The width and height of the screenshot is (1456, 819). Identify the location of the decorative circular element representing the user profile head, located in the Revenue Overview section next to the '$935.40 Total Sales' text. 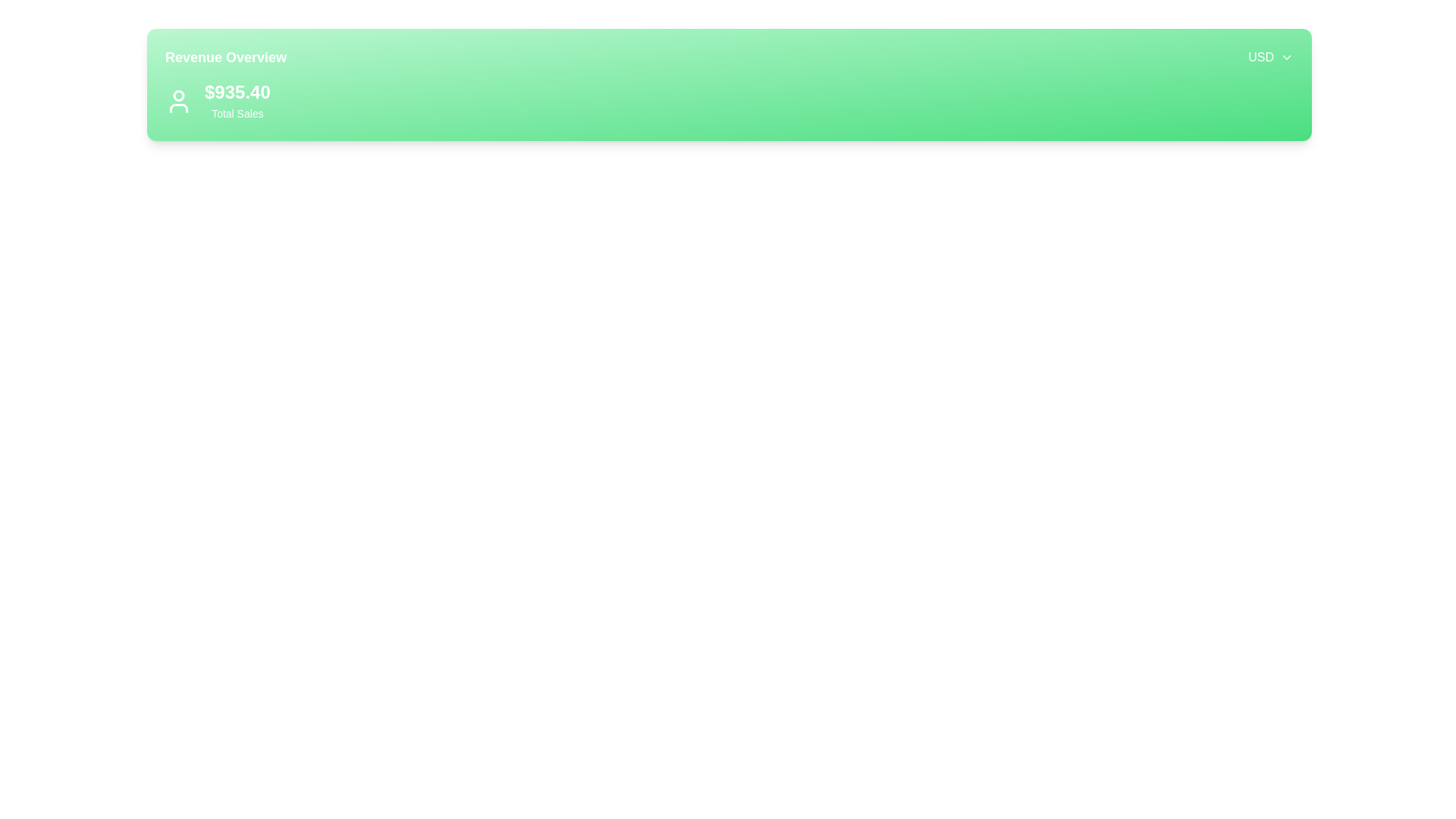
(178, 96).